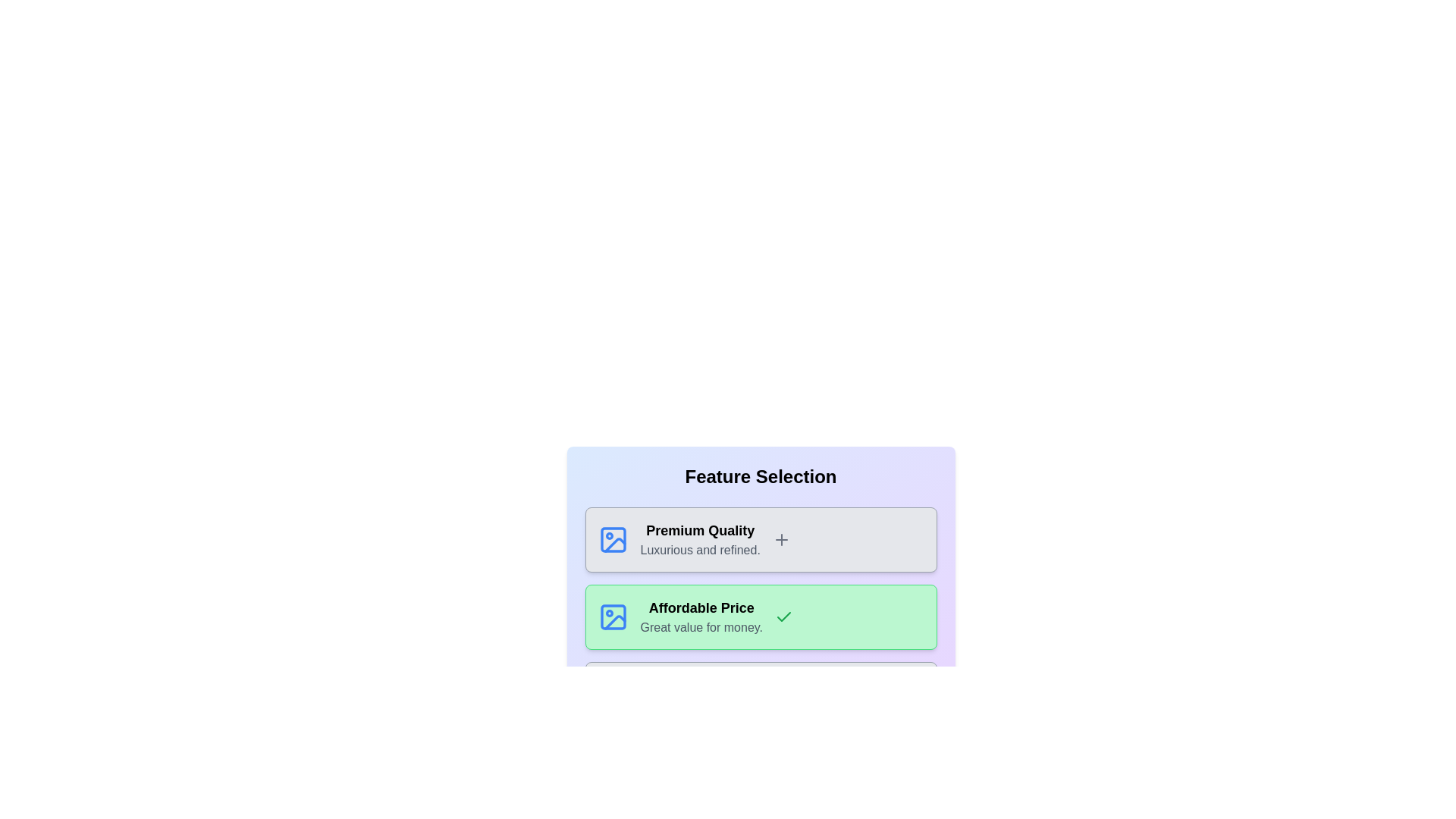 The width and height of the screenshot is (1456, 819). What do you see at coordinates (761, 617) in the screenshot?
I see `the card labeled 'Affordable Price'` at bounding box center [761, 617].